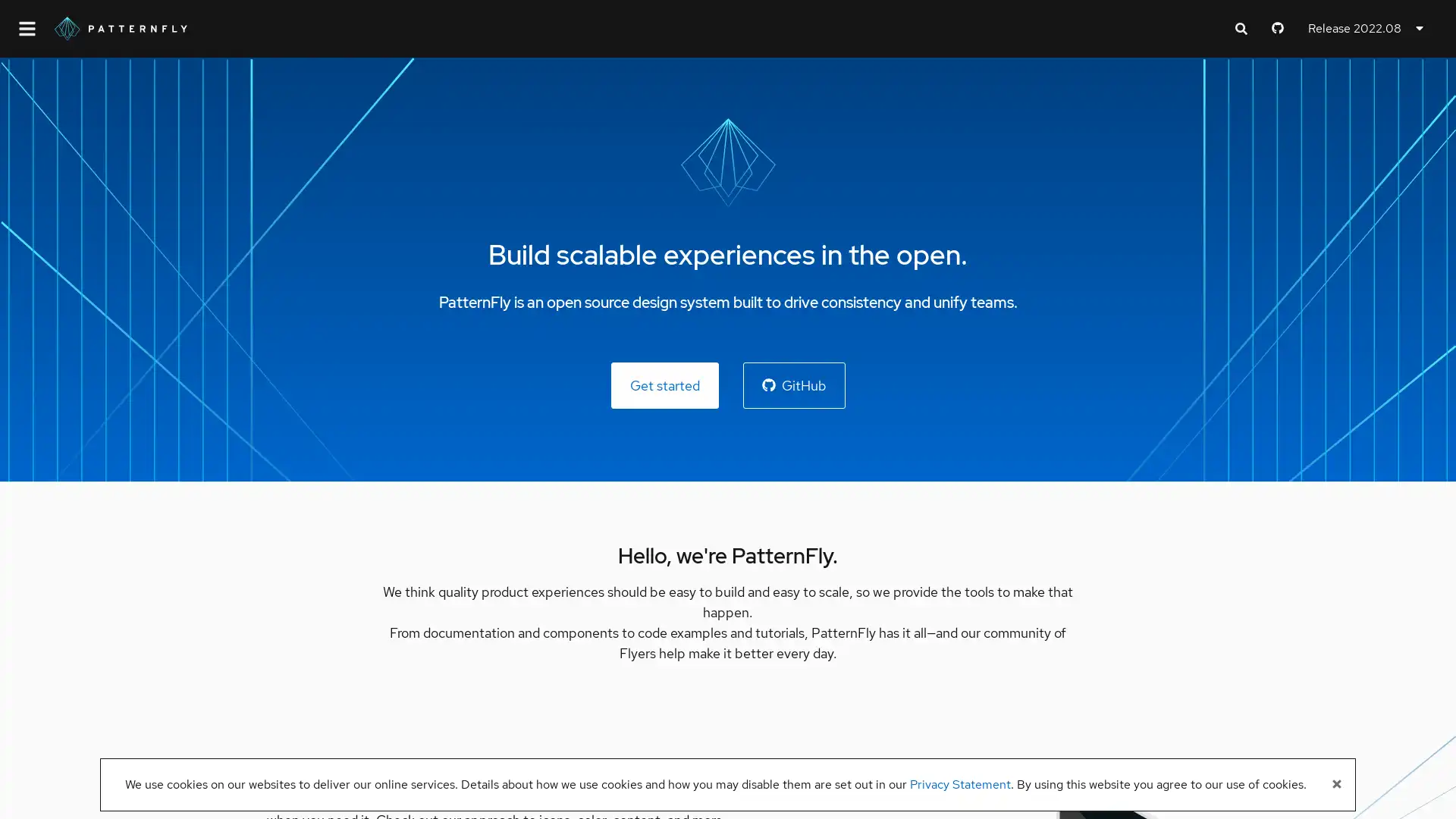 The height and width of the screenshot is (819, 1456). I want to click on Global navigation, so click(27, 28).